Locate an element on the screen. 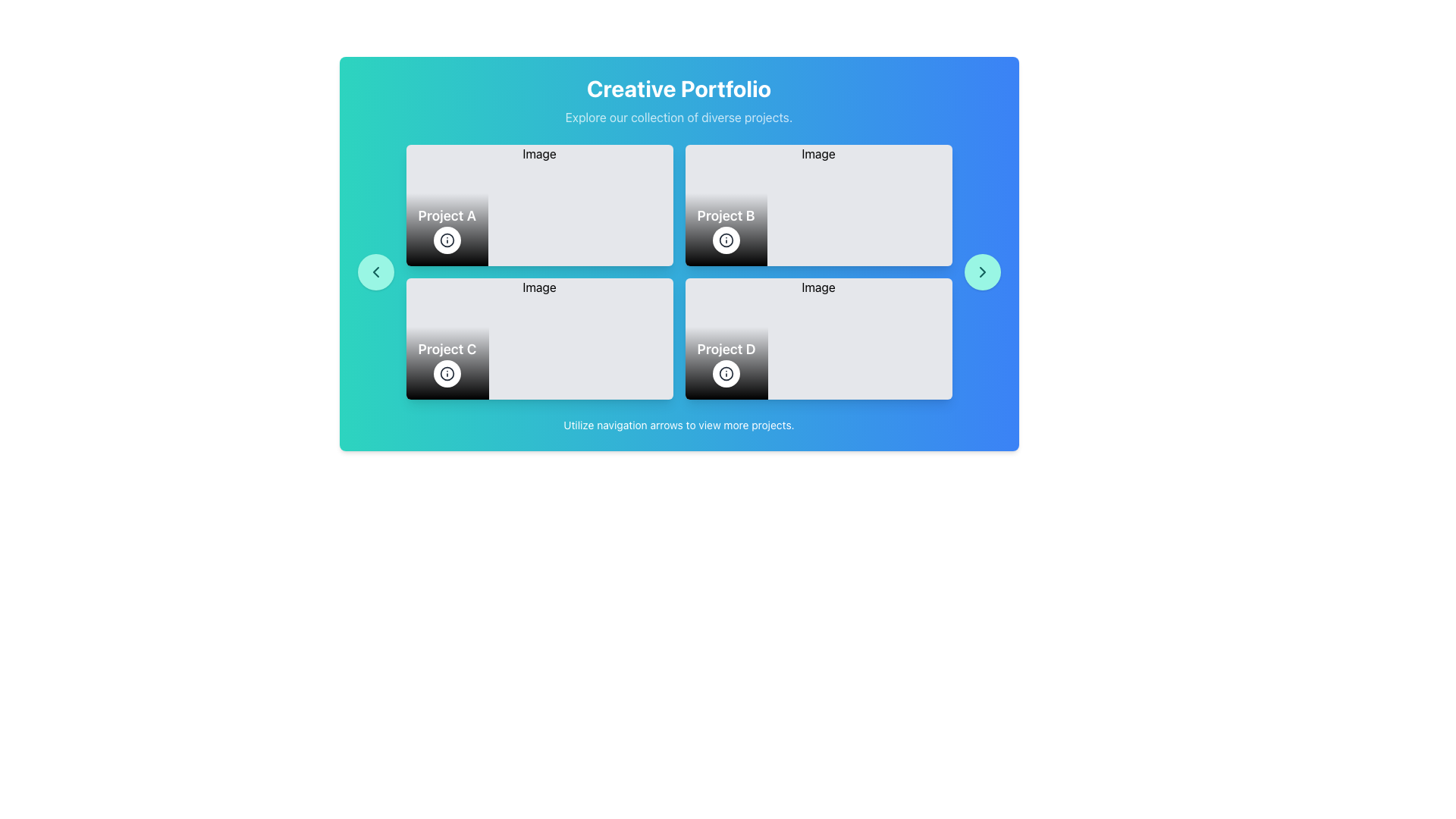 The height and width of the screenshot is (819, 1456). the text element that contains the message 'Utilize navigation arrows is located at coordinates (678, 425).